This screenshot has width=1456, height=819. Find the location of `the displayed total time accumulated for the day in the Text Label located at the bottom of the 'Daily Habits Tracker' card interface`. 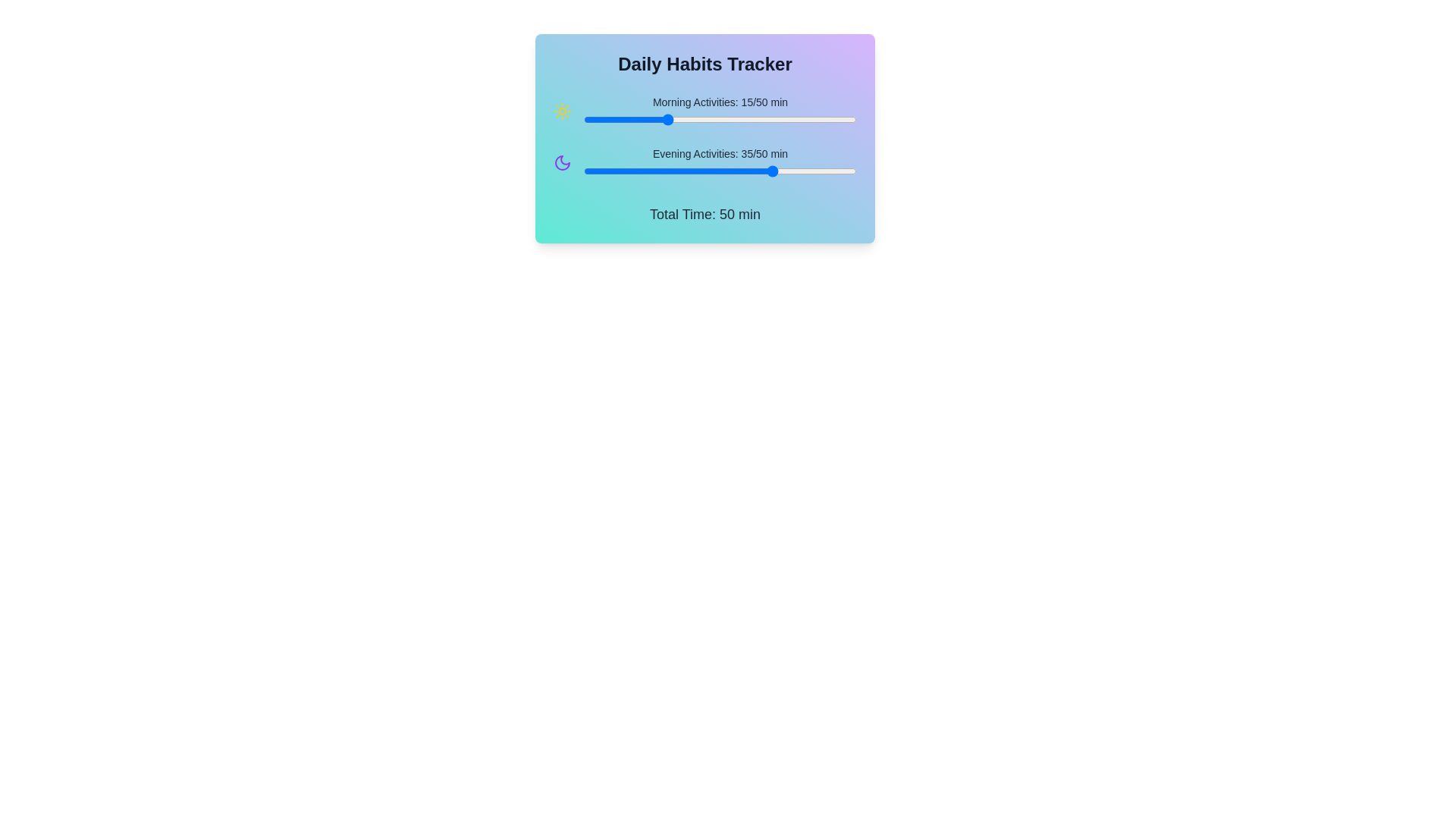

the displayed total time accumulated for the day in the Text Label located at the bottom of the 'Daily Habits Tracker' card interface is located at coordinates (704, 214).